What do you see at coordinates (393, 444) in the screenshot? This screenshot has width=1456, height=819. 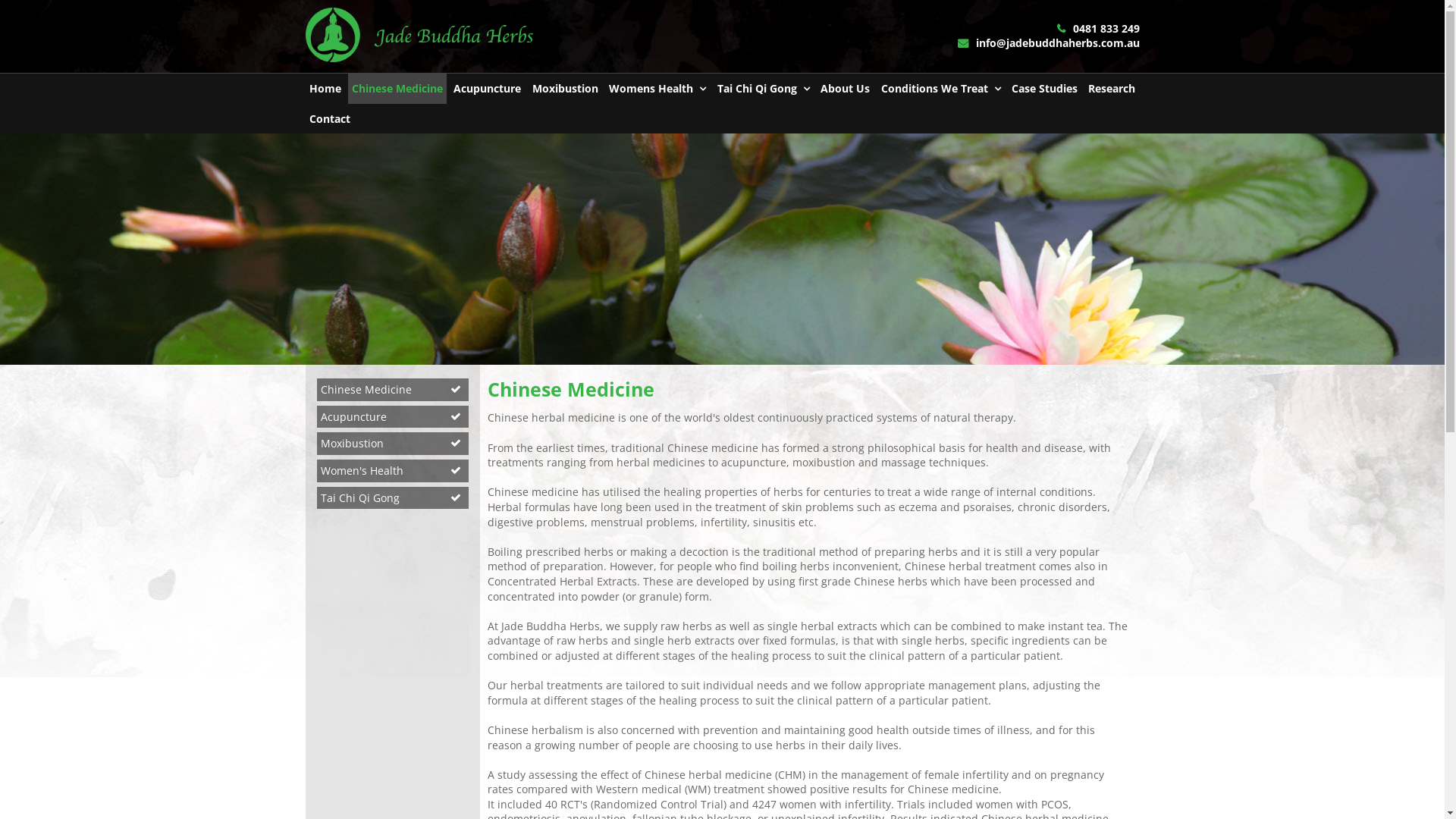 I see `'Moxibustion'` at bounding box center [393, 444].